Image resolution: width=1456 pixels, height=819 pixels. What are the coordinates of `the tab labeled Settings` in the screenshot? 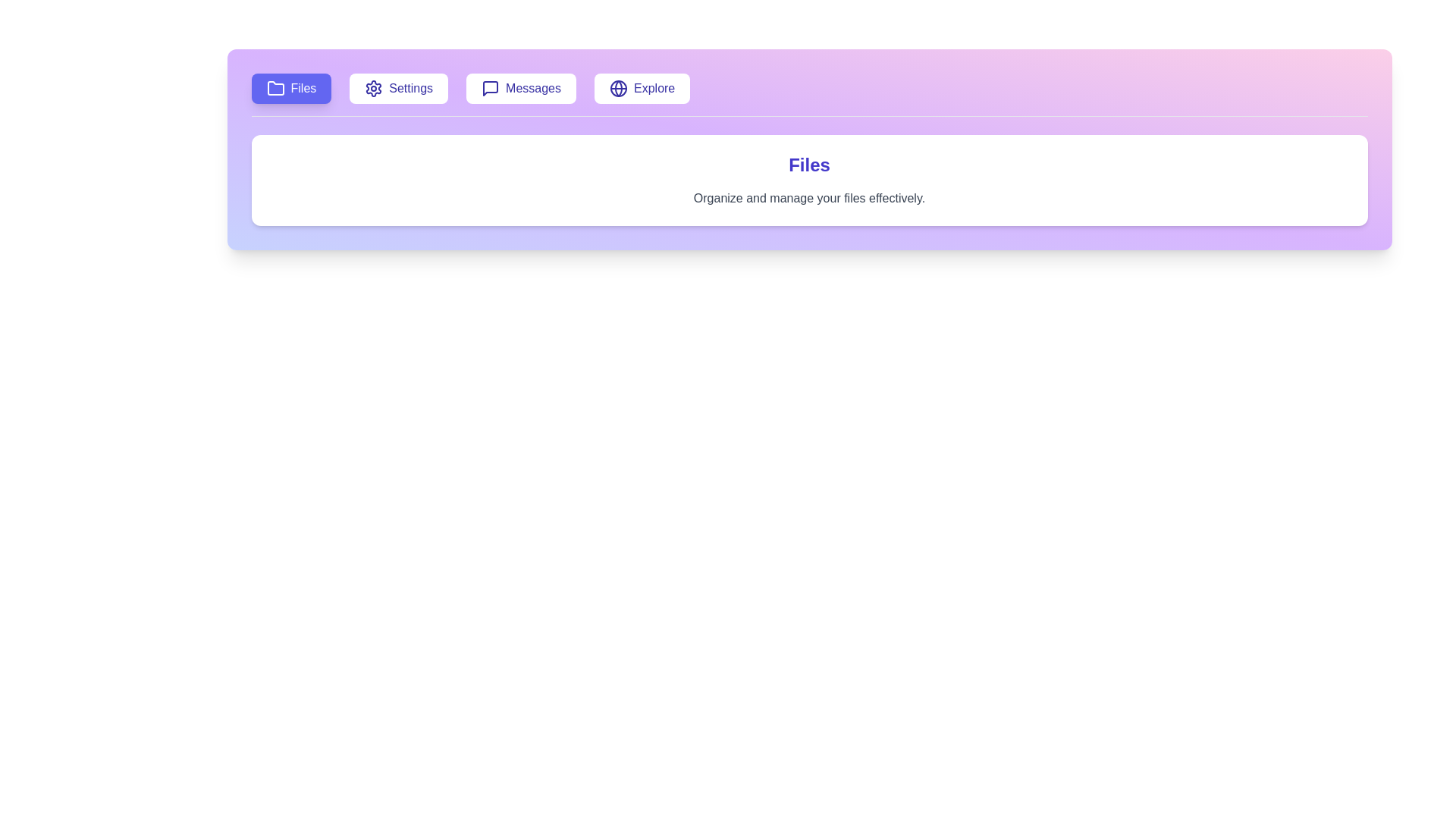 It's located at (399, 88).